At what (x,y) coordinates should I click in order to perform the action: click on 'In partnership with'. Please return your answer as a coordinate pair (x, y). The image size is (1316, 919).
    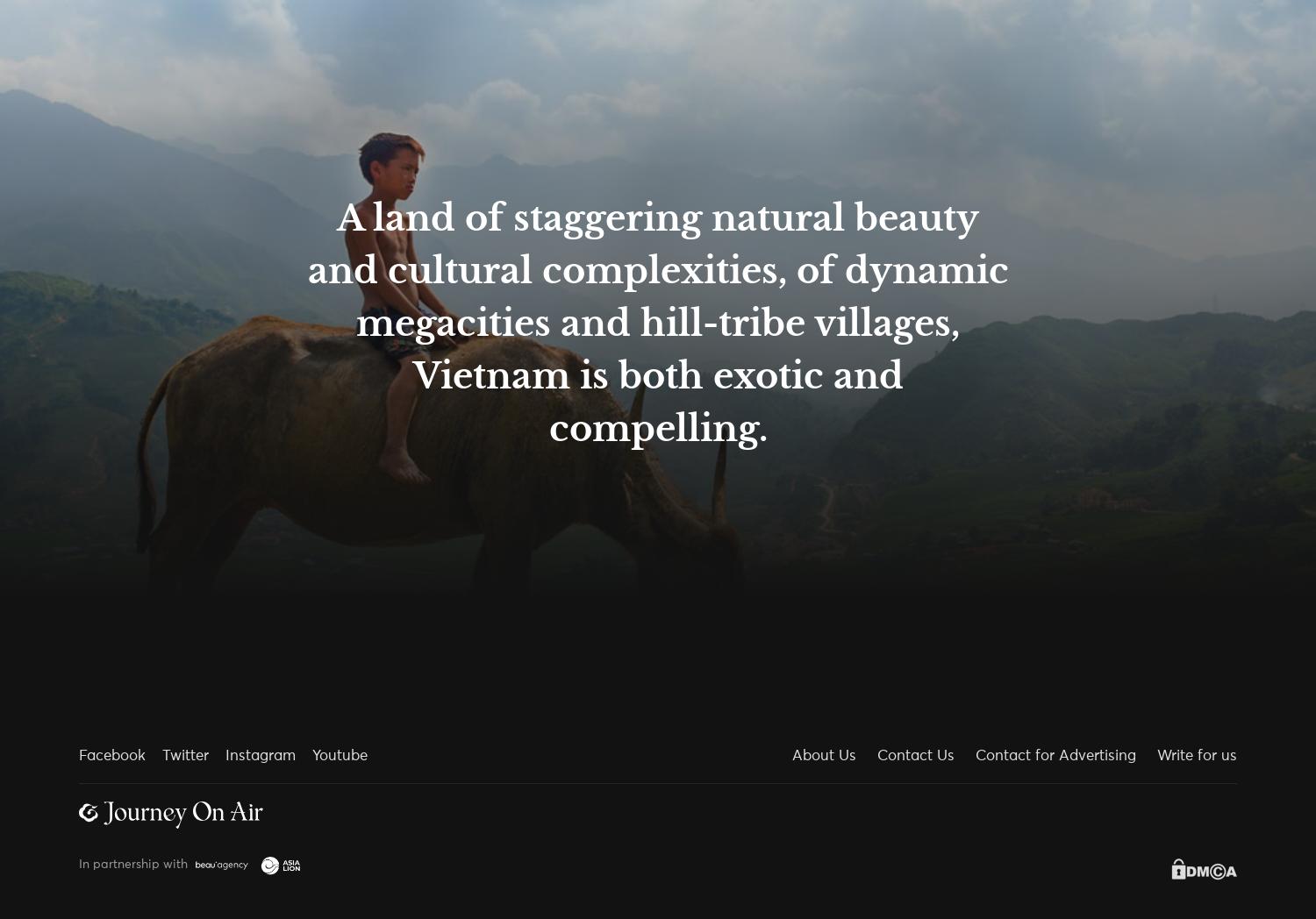
    Looking at the image, I should click on (135, 863).